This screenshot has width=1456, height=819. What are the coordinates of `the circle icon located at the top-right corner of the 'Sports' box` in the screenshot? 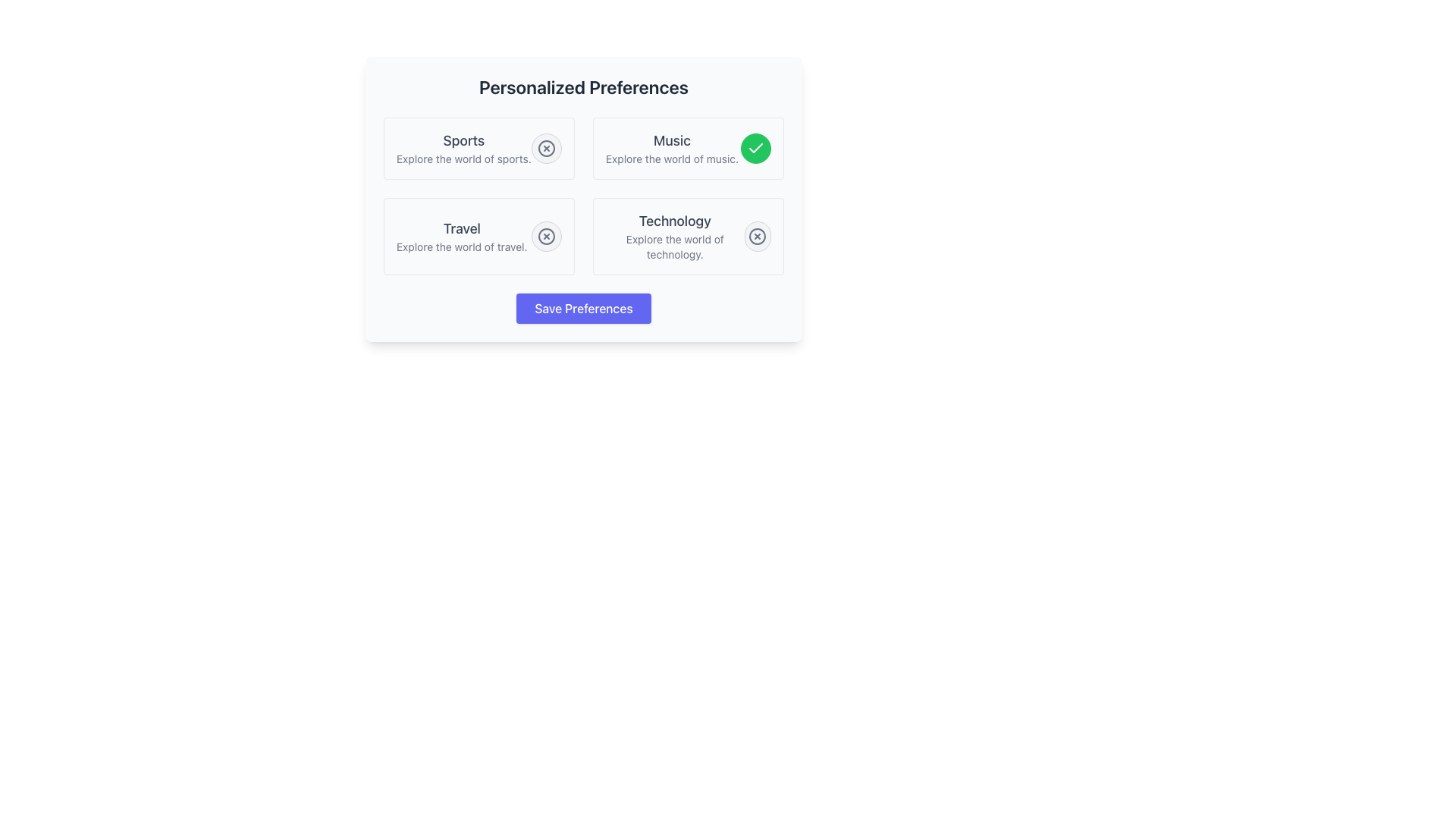 It's located at (546, 149).